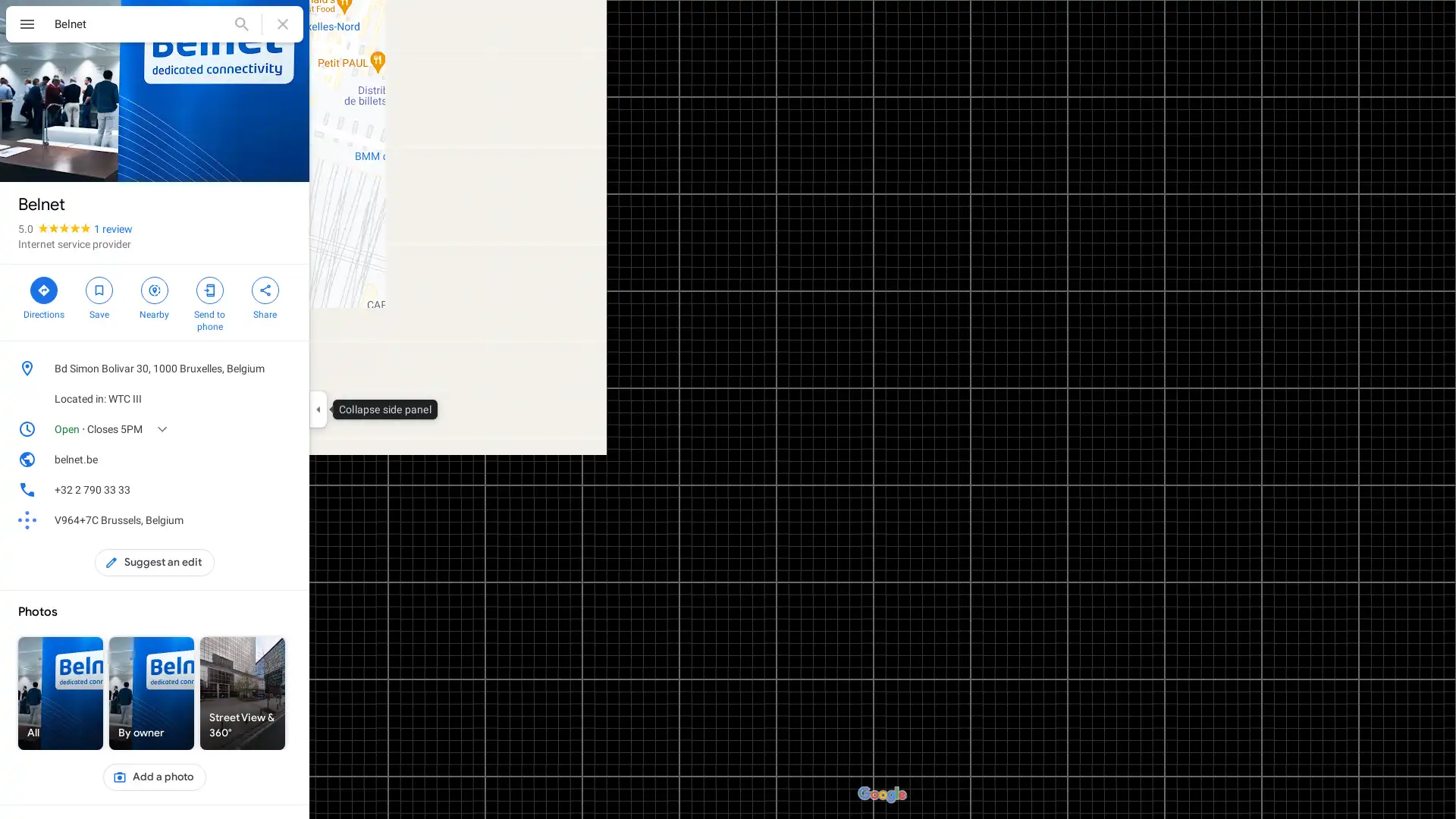  What do you see at coordinates (209, 302) in the screenshot?
I see `Send Belnet to your phone` at bounding box center [209, 302].